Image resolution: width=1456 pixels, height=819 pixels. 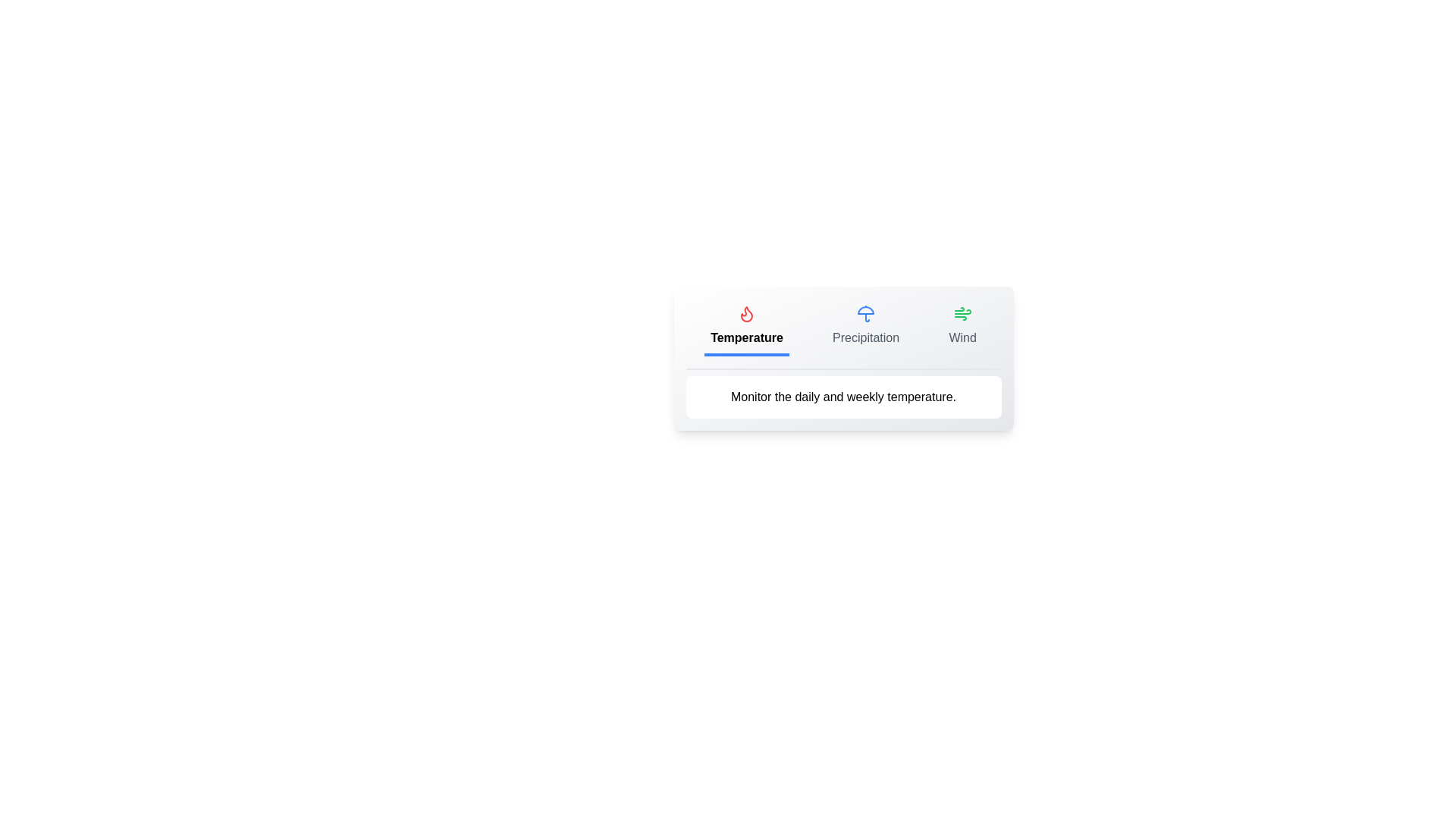 I want to click on the Precipitation tab to view its weather data, so click(x=866, y=327).